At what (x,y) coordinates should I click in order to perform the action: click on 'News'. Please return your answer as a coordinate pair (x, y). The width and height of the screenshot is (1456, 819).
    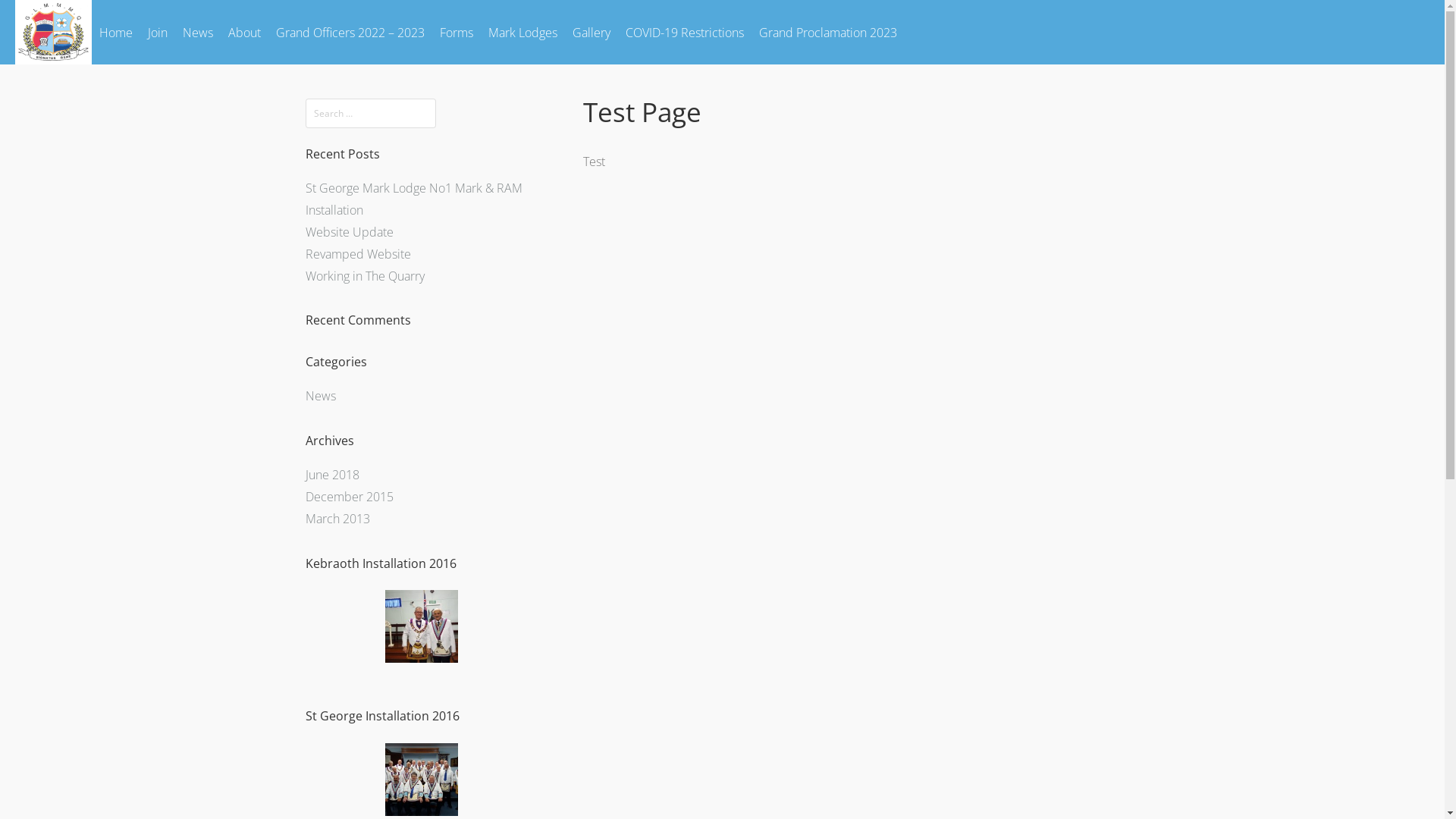
    Looking at the image, I should click on (319, 394).